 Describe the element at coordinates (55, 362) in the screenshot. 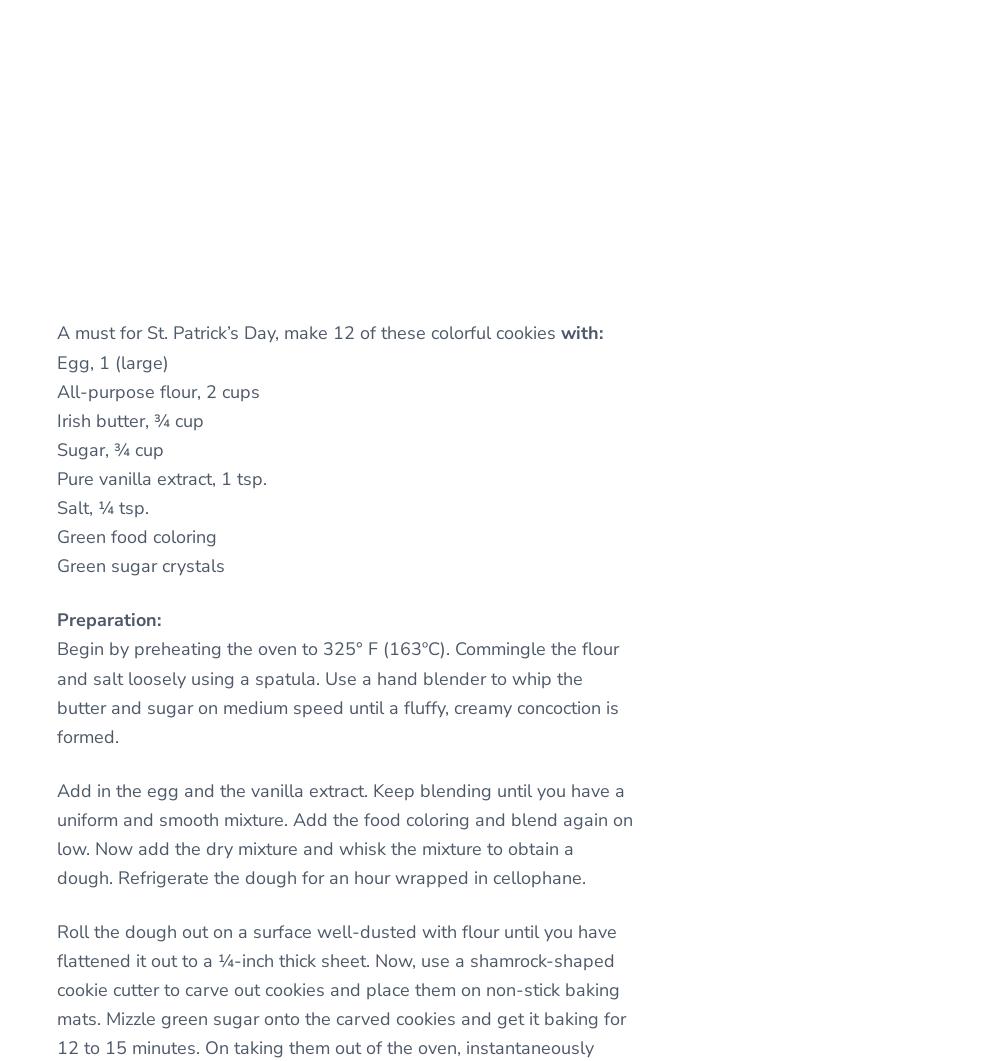

I see `'Egg, 1 (large)'` at that location.